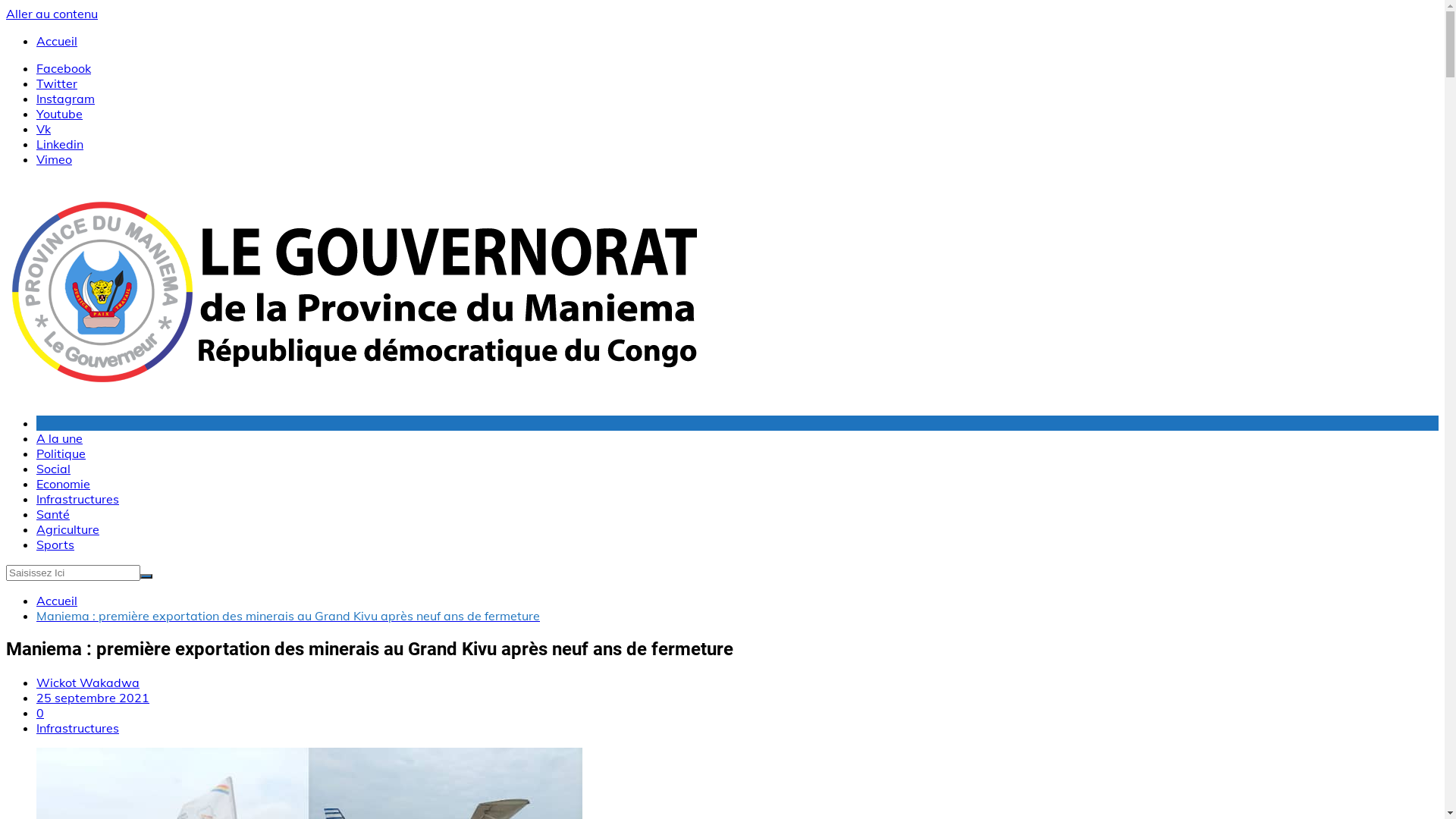  I want to click on 'A la une', so click(59, 438).